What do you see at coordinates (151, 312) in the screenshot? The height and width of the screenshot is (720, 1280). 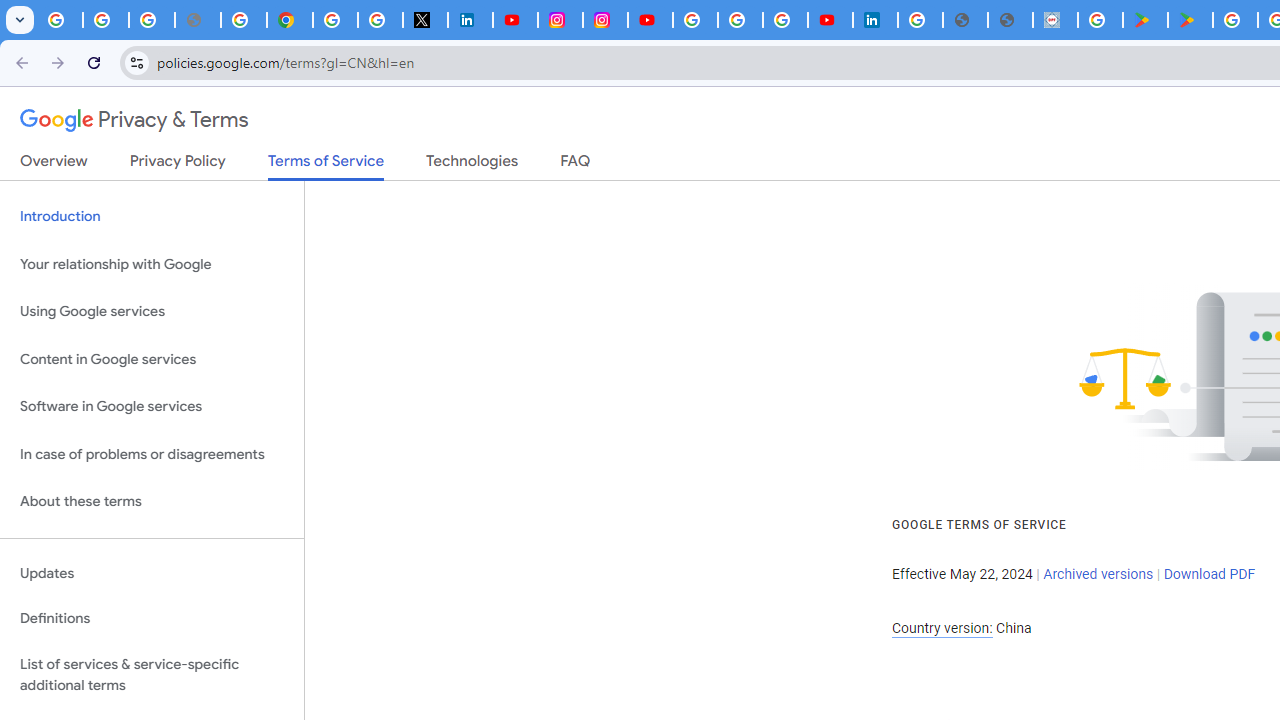 I see `'Using Google services'` at bounding box center [151, 312].